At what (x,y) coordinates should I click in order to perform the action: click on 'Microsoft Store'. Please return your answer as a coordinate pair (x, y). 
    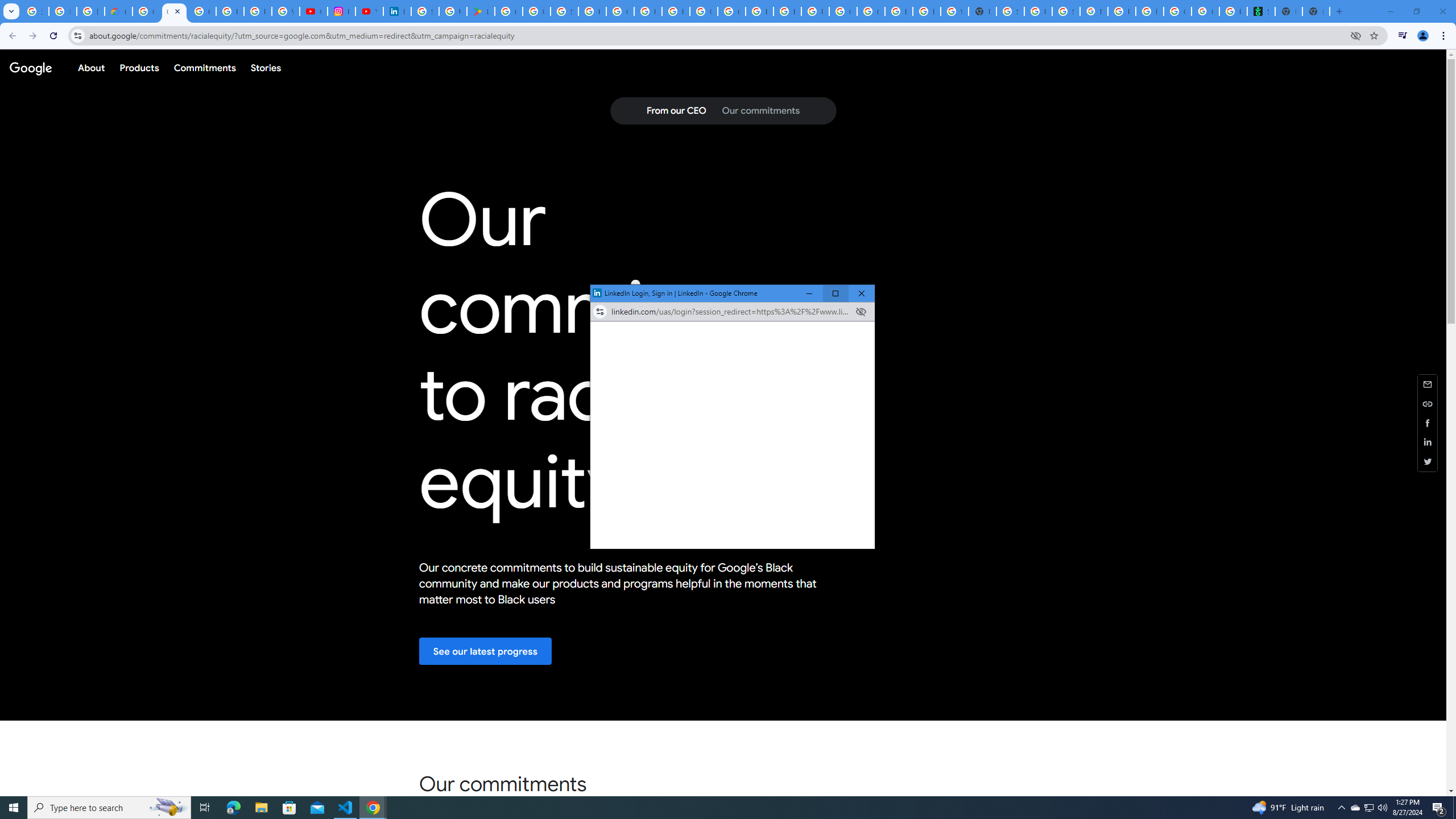
    Looking at the image, I should click on (289, 806).